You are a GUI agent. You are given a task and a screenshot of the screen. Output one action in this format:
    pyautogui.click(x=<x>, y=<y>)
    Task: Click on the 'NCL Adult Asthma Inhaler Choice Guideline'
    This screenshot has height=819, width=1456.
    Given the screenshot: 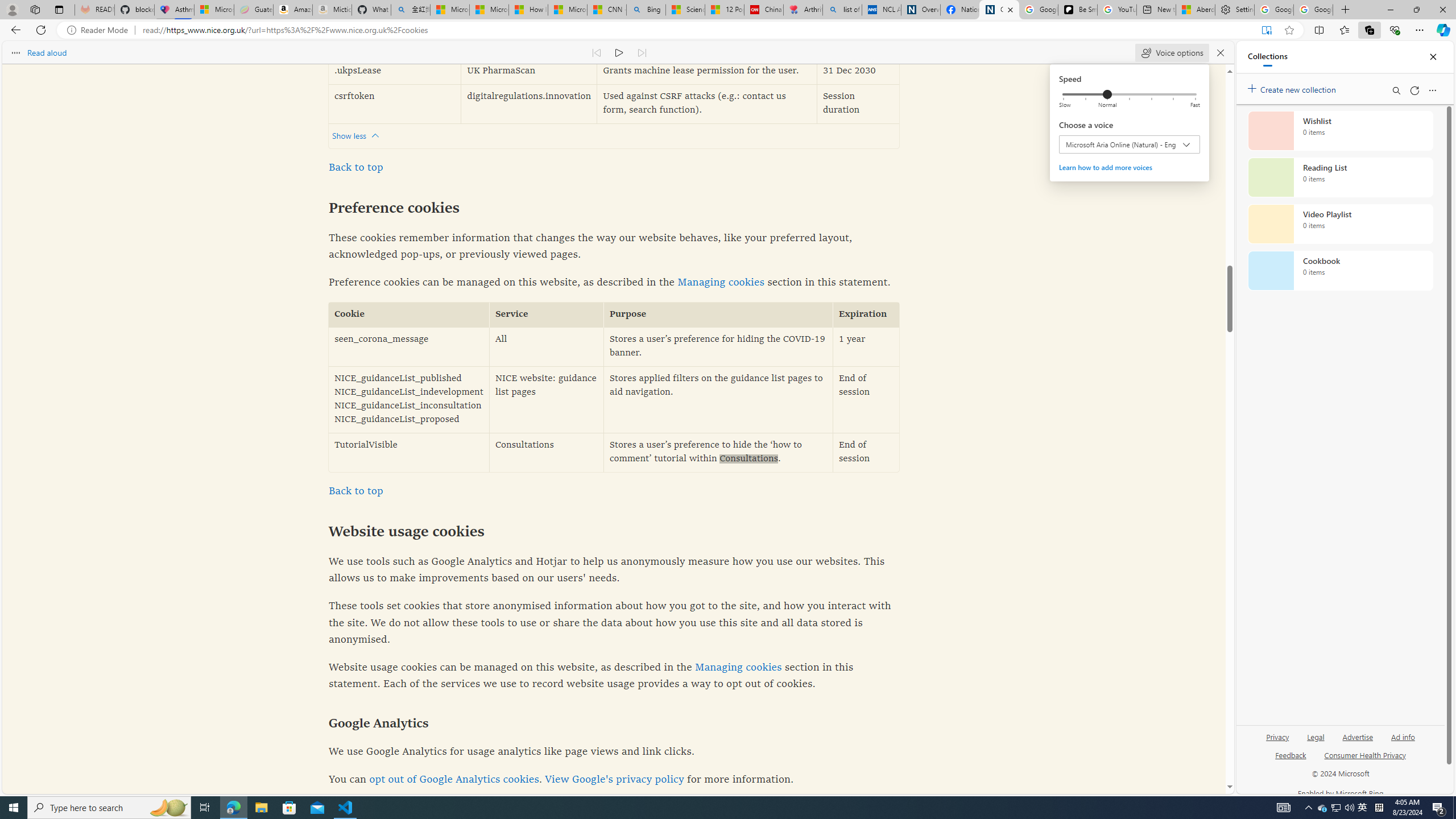 What is the action you would take?
    pyautogui.click(x=881, y=9)
    